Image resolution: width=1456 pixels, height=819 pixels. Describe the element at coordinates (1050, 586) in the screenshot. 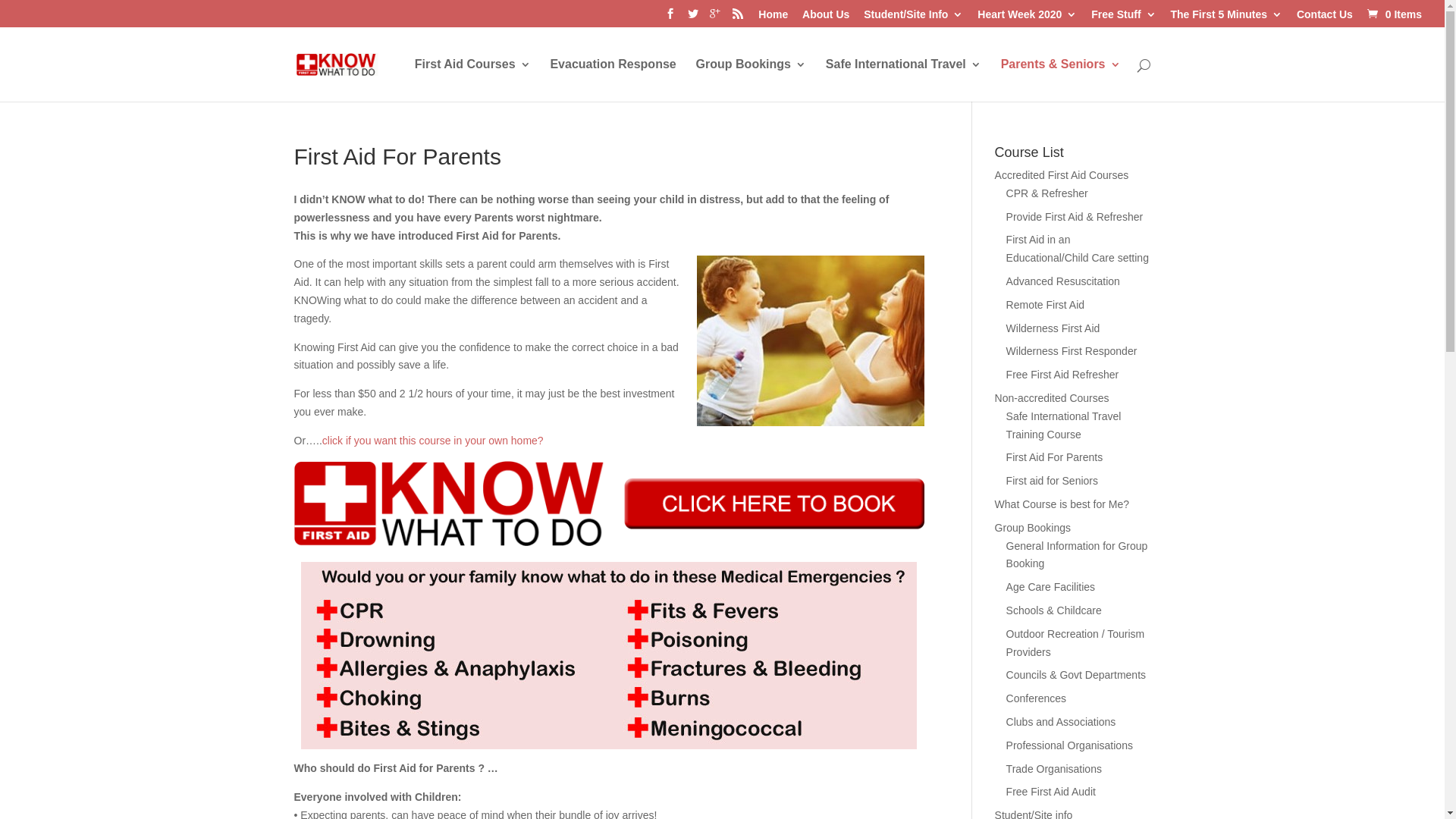

I see `'Age Care Facilities'` at that location.